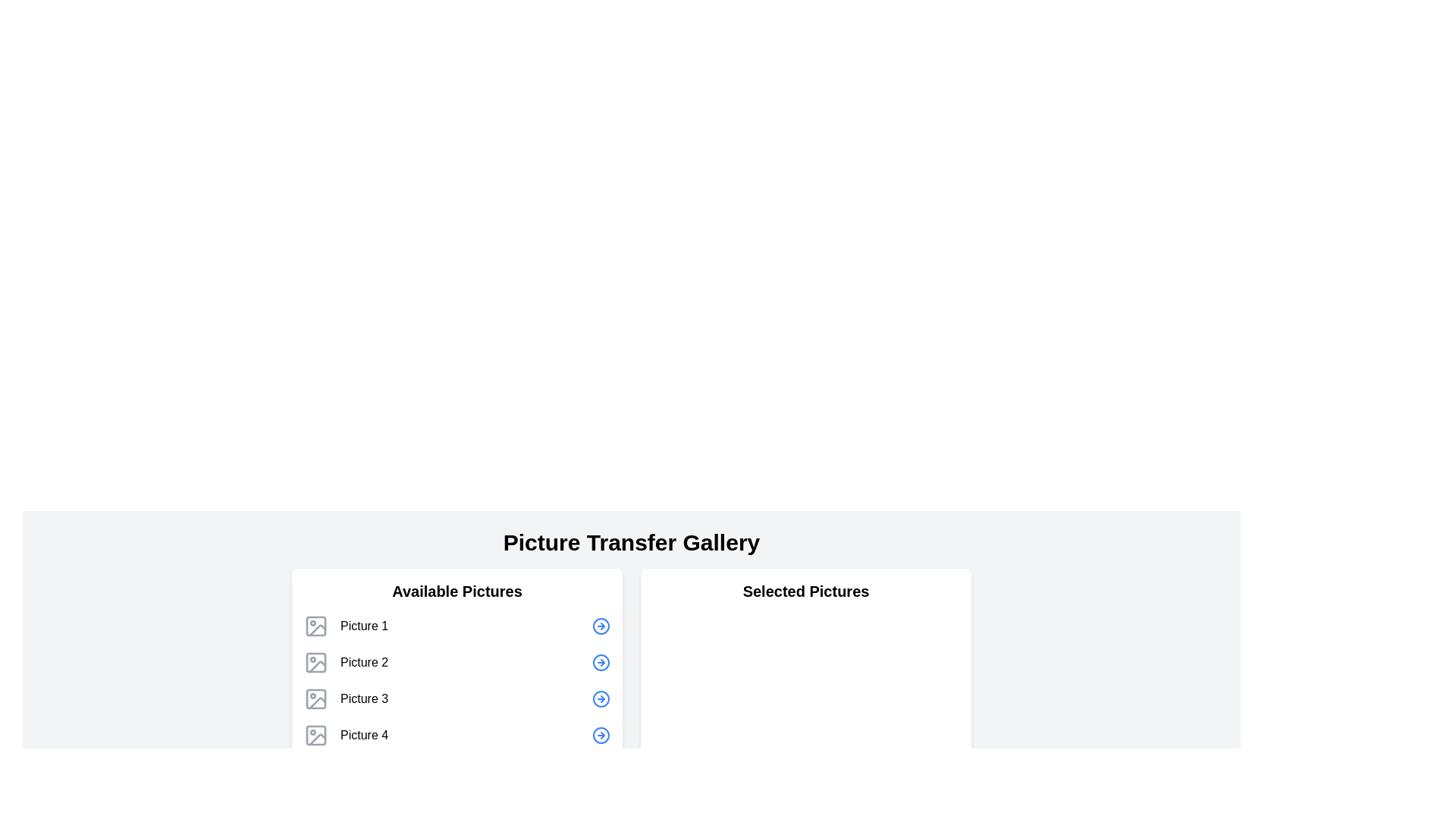 This screenshot has width=1456, height=819. What do you see at coordinates (364, 698) in the screenshot?
I see `the label identifying the third picture in the 'Available Pictures' section, located between 'Picture 2' and 'Picture 4'` at bounding box center [364, 698].